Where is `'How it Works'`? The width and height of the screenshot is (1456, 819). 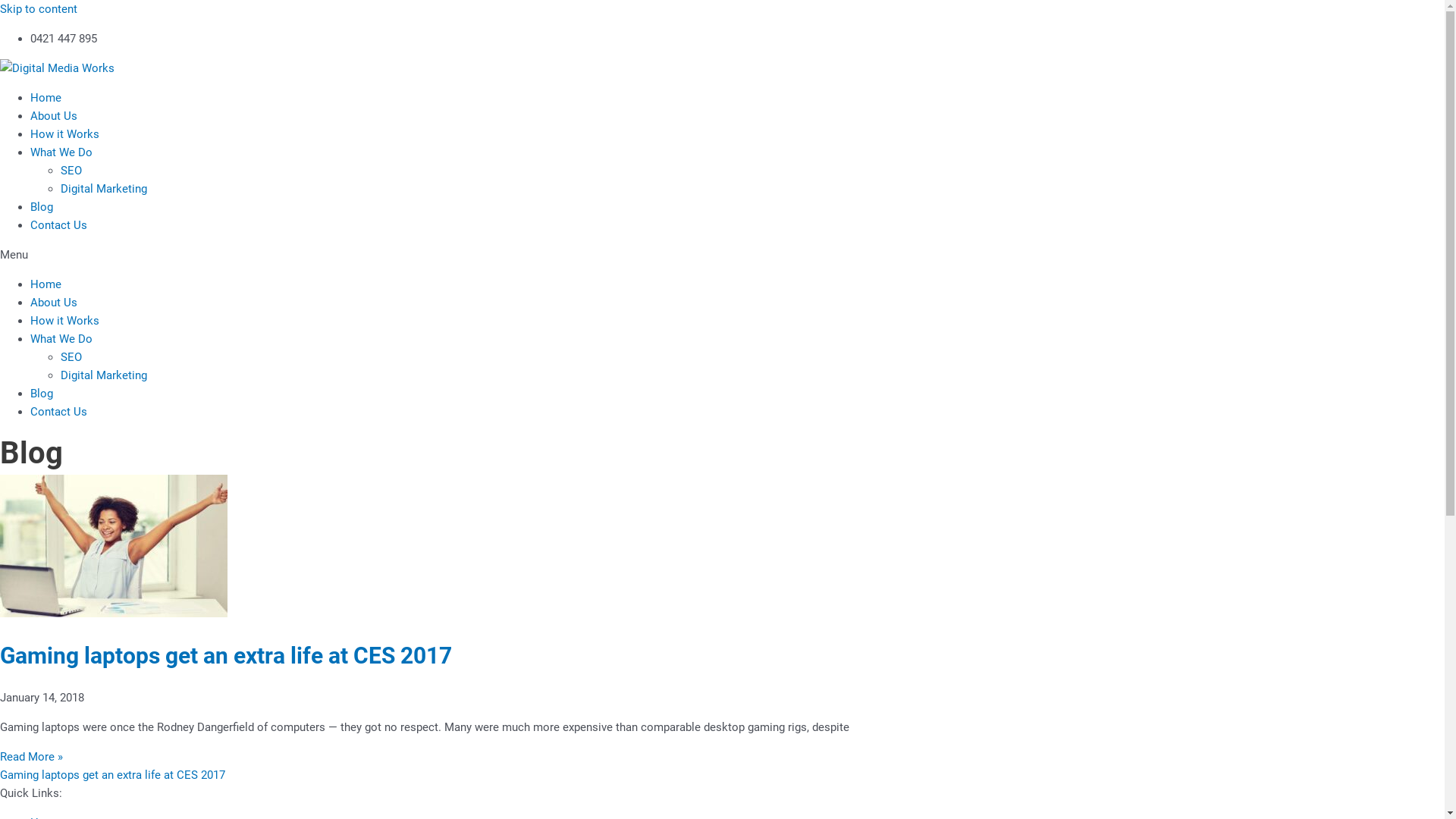
'How it Works' is located at coordinates (64, 320).